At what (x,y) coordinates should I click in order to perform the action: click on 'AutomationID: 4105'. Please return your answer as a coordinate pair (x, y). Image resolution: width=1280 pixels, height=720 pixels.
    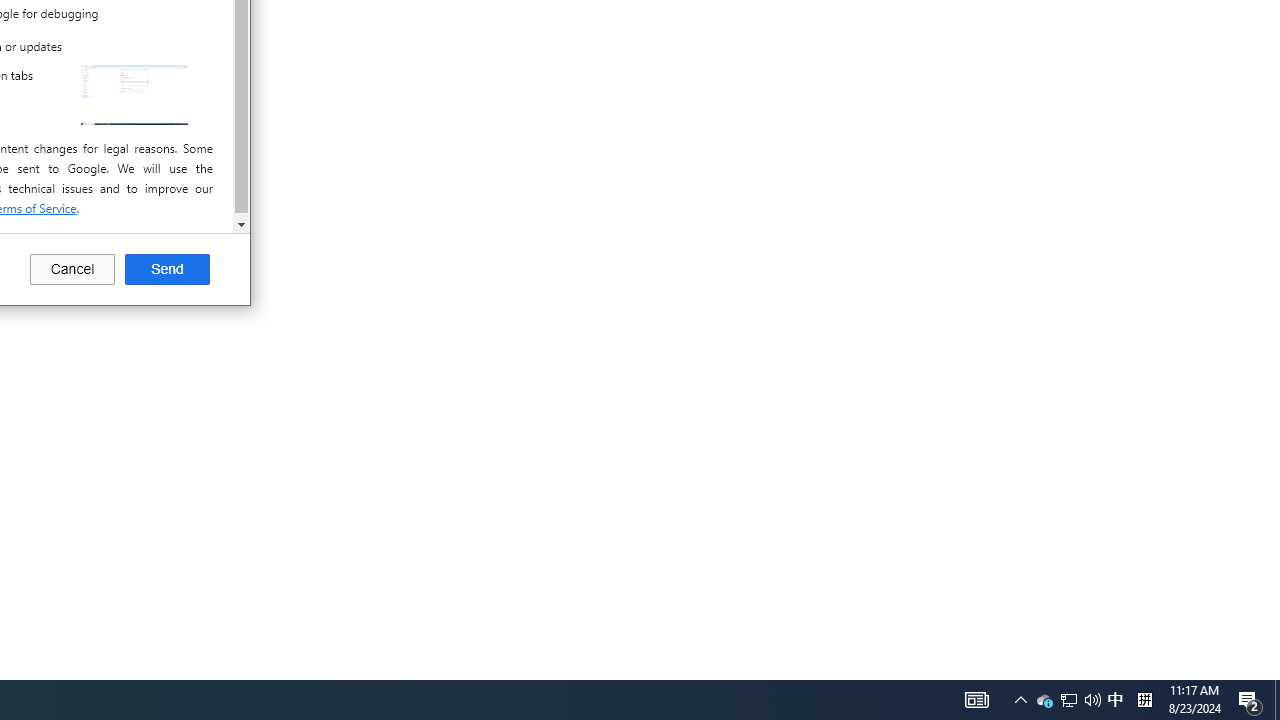
    Looking at the image, I should click on (1020, 698).